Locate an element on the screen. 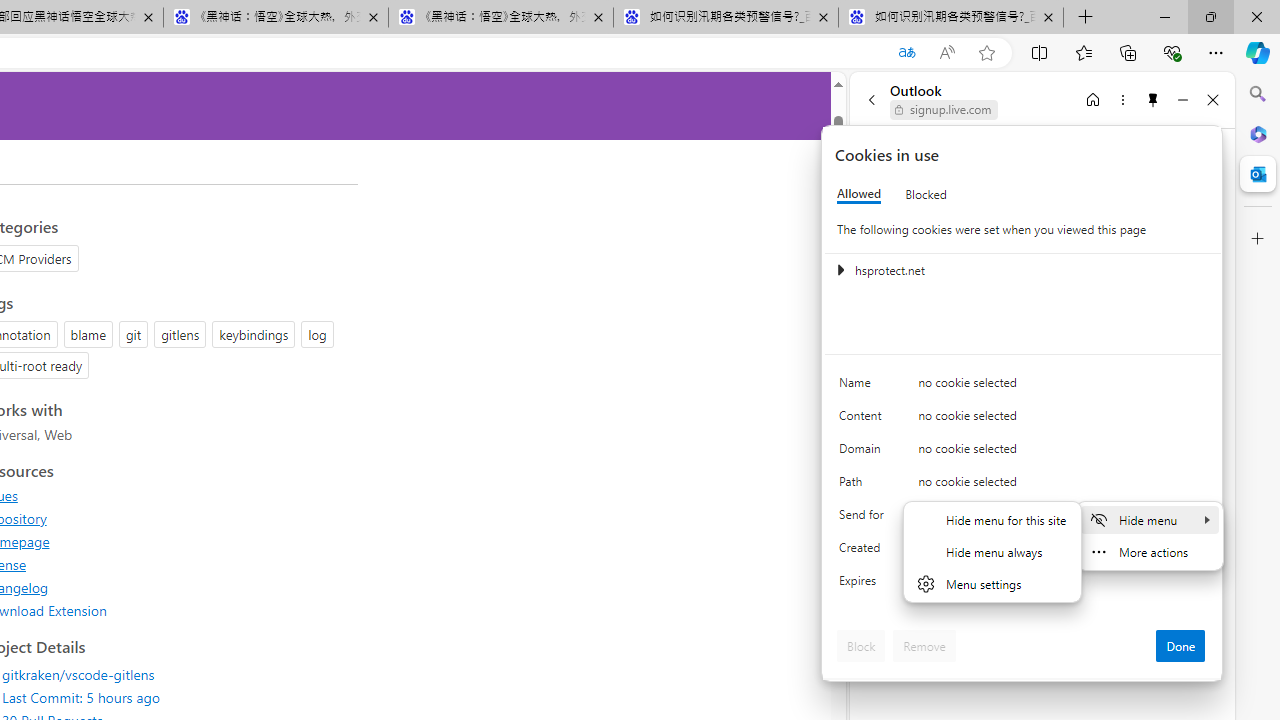  'Allowed' is located at coordinates (859, 194).